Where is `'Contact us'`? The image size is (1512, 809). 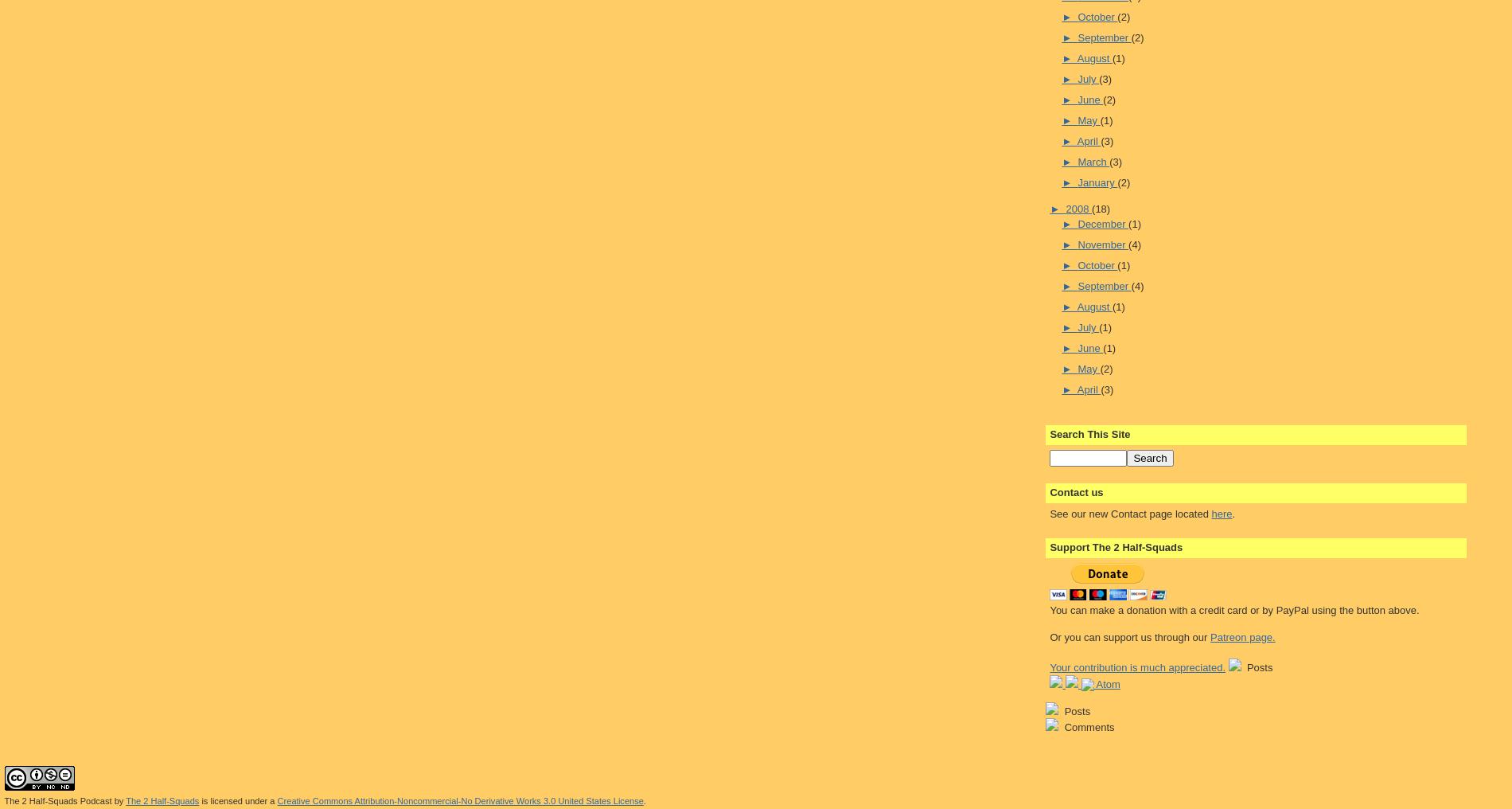
'Contact us' is located at coordinates (1075, 491).